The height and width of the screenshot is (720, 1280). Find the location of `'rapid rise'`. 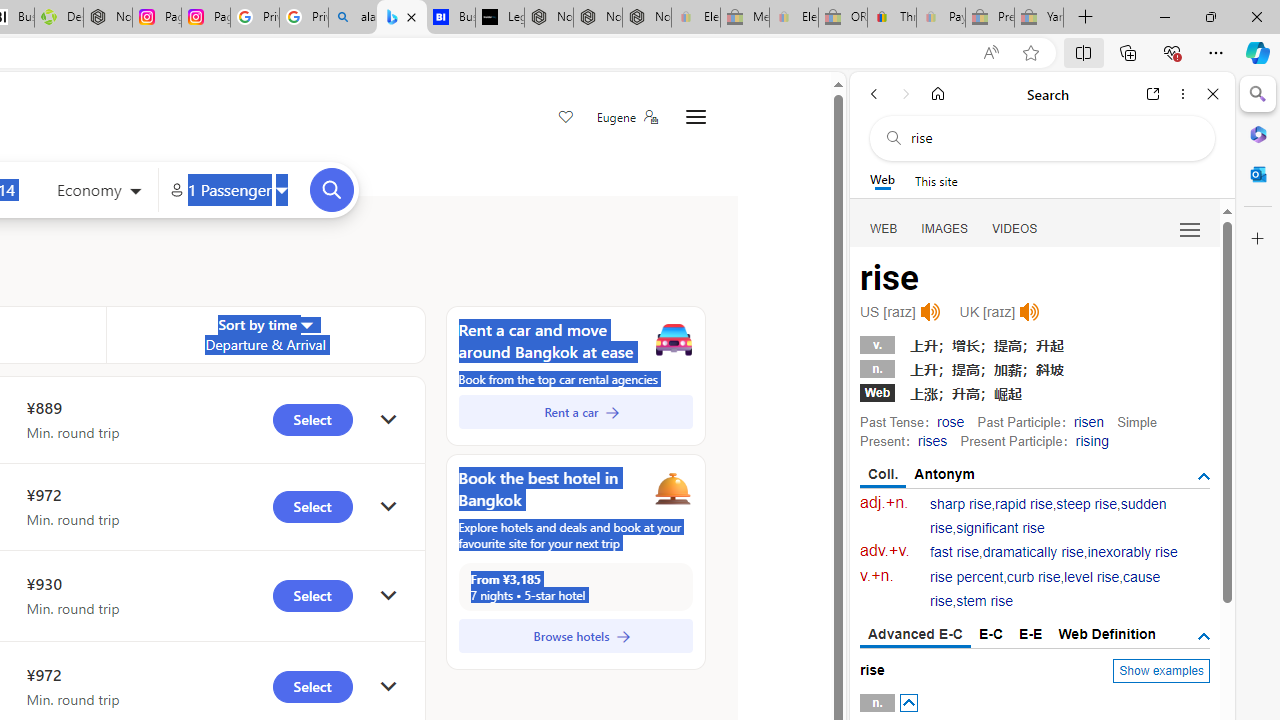

'rapid rise' is located at coordinates (1024, 503).